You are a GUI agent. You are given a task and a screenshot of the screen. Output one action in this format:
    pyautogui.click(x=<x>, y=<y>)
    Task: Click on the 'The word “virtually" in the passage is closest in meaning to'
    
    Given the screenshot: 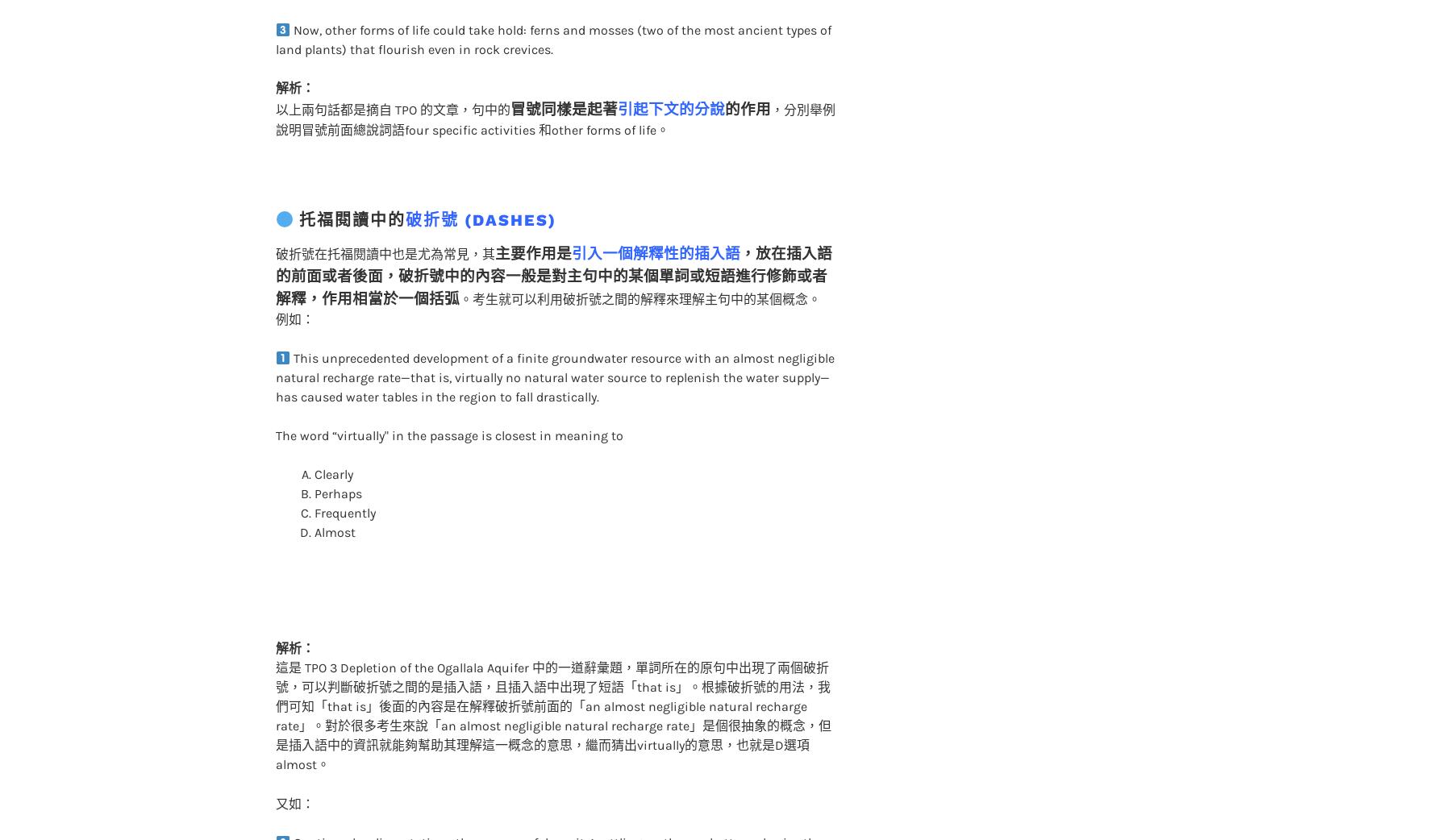 What is the action you would take?
    pyautogui.click(x=273, y=403)
    